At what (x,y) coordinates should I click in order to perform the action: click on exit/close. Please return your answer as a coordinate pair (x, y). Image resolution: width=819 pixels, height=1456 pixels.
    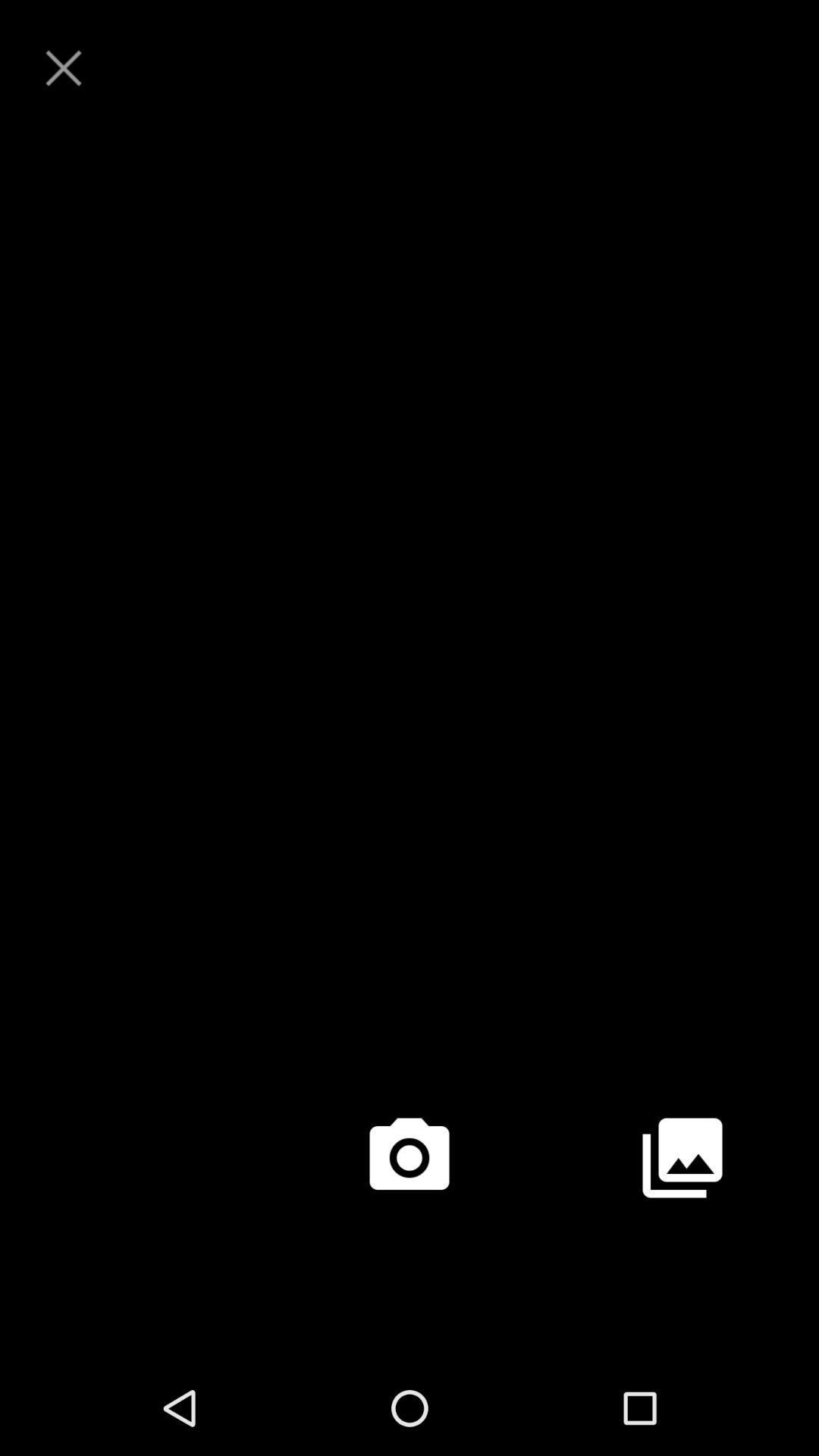
    Looking at the image, I should click on (63, 67).